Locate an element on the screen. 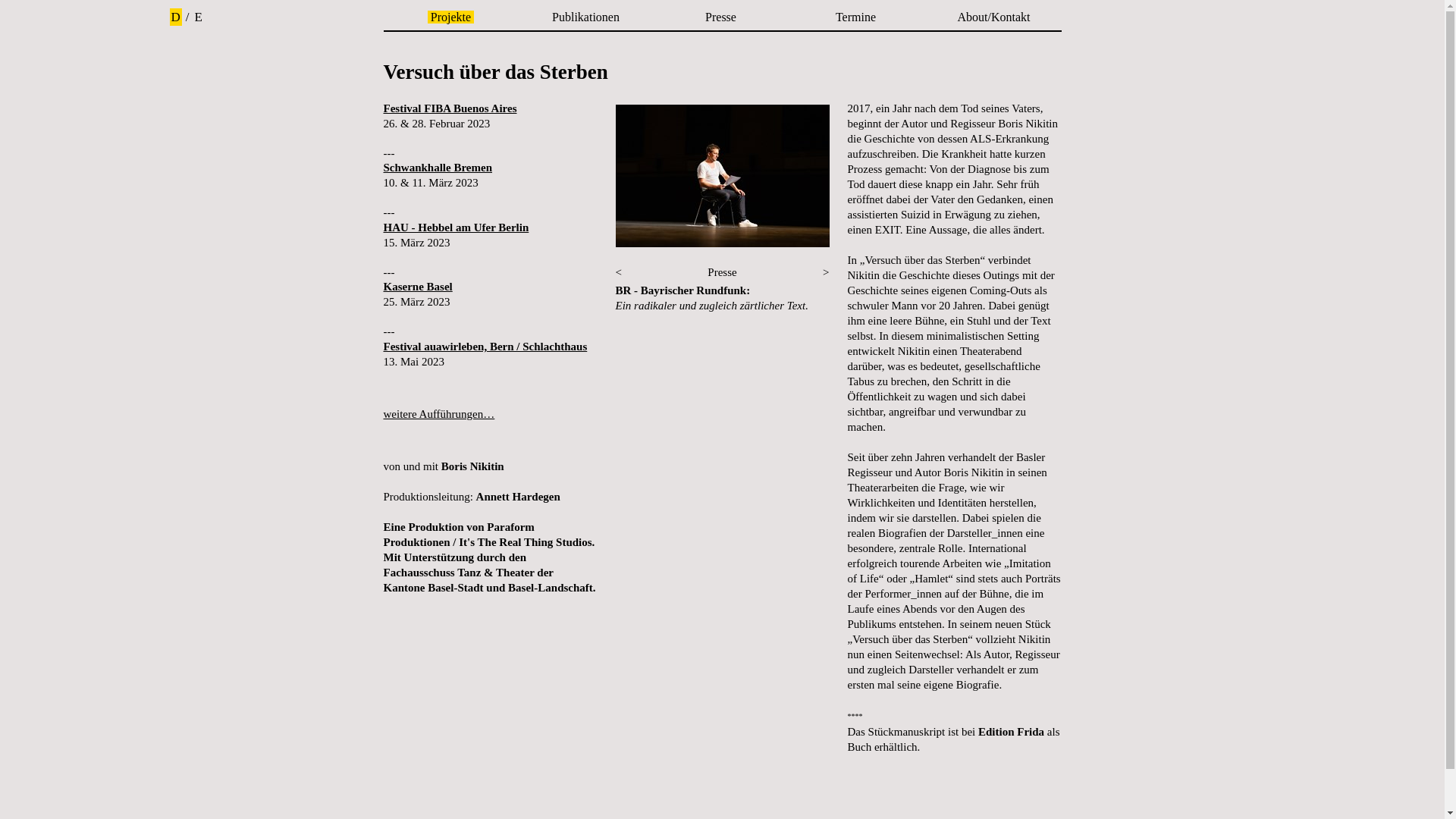 This screenshot has width=1456, height=819. 'Publikationen' is located at coordinates (585, 17).